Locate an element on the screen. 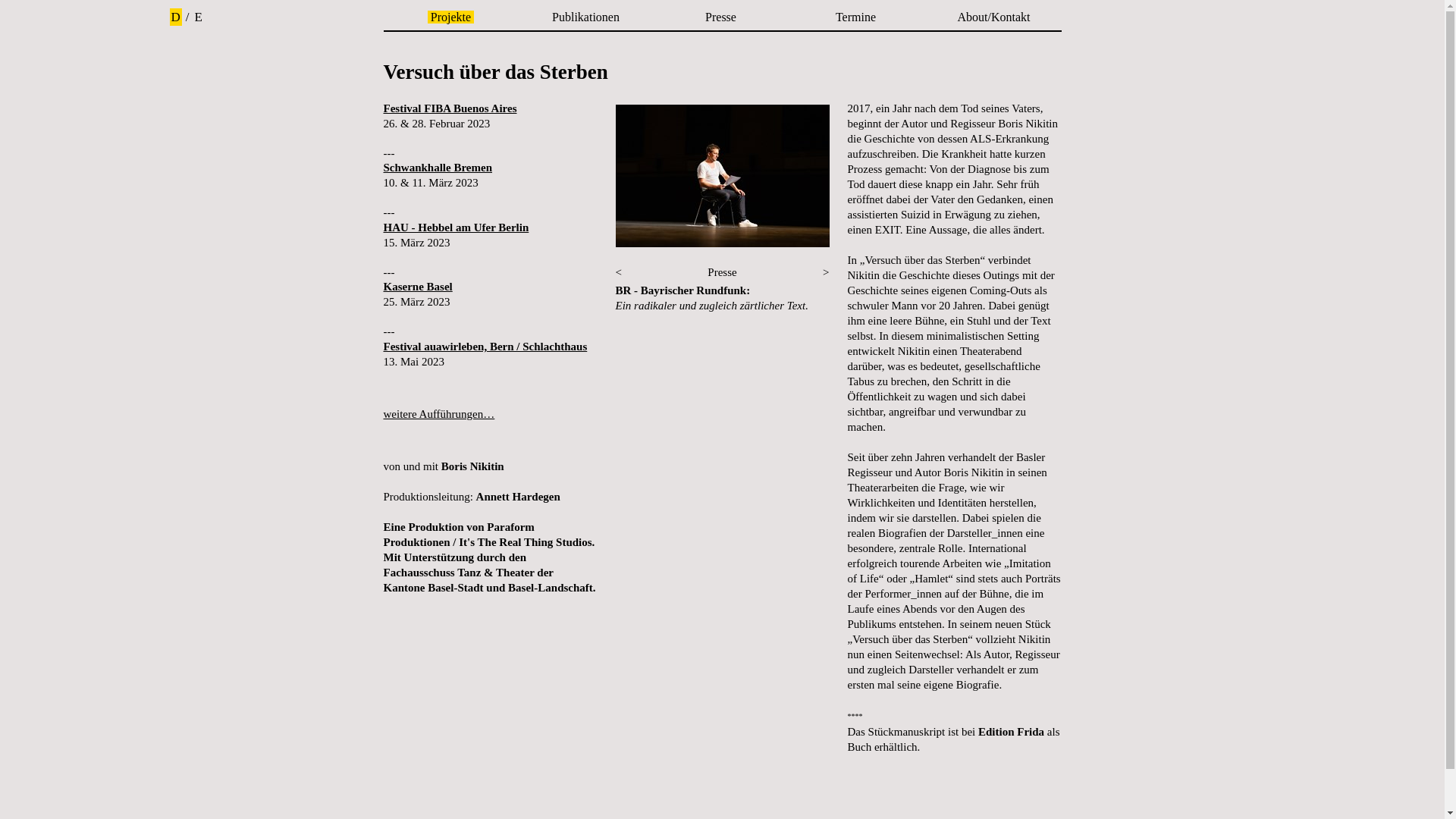 This screenshot has width=1456, height=819. 'Publikationen' is located at coordinates (585, 17).